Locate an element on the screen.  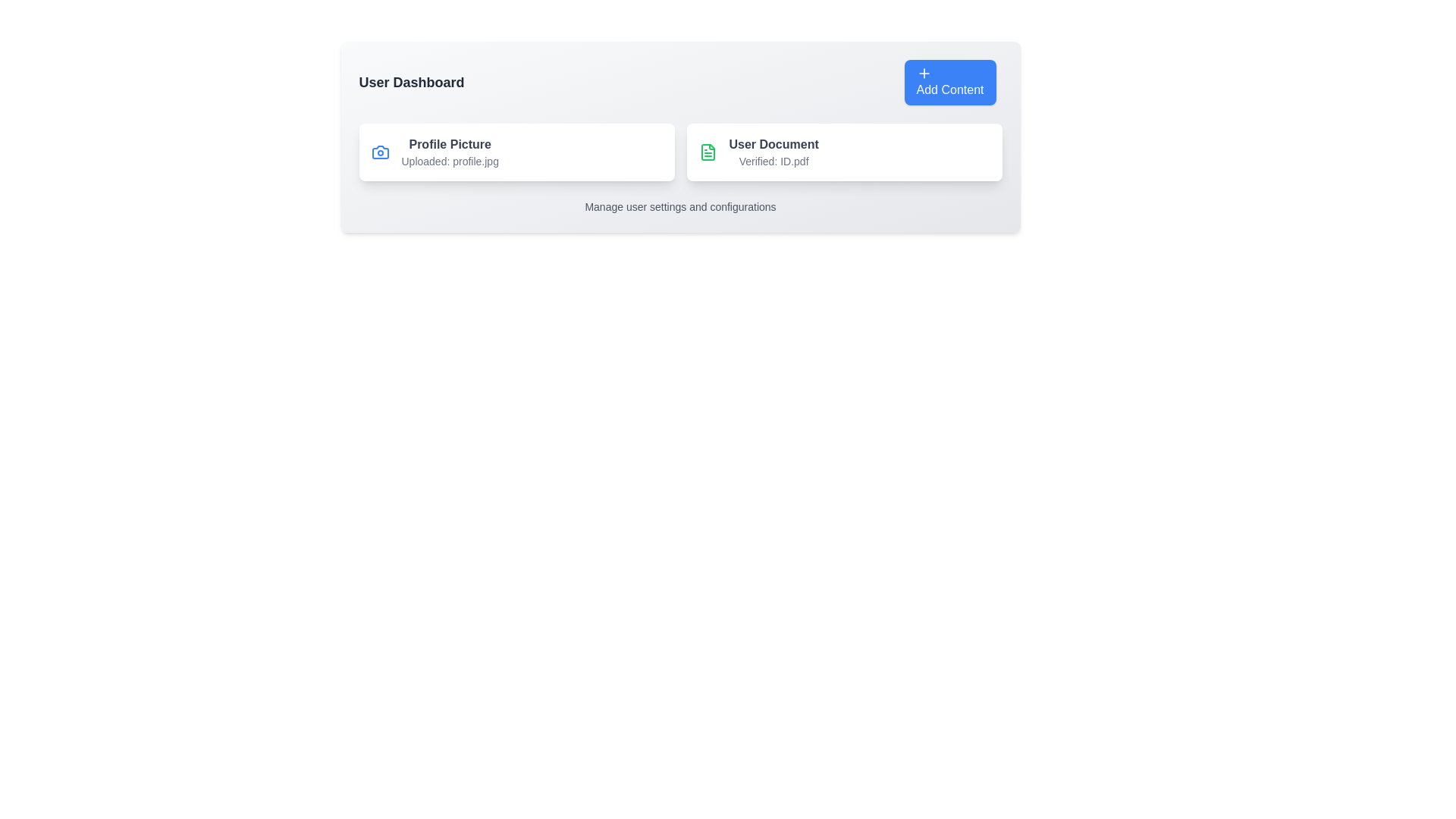
the 'User Dashboard' text label which serves as the header indicating the current page context is located at coordinates (411, 82).